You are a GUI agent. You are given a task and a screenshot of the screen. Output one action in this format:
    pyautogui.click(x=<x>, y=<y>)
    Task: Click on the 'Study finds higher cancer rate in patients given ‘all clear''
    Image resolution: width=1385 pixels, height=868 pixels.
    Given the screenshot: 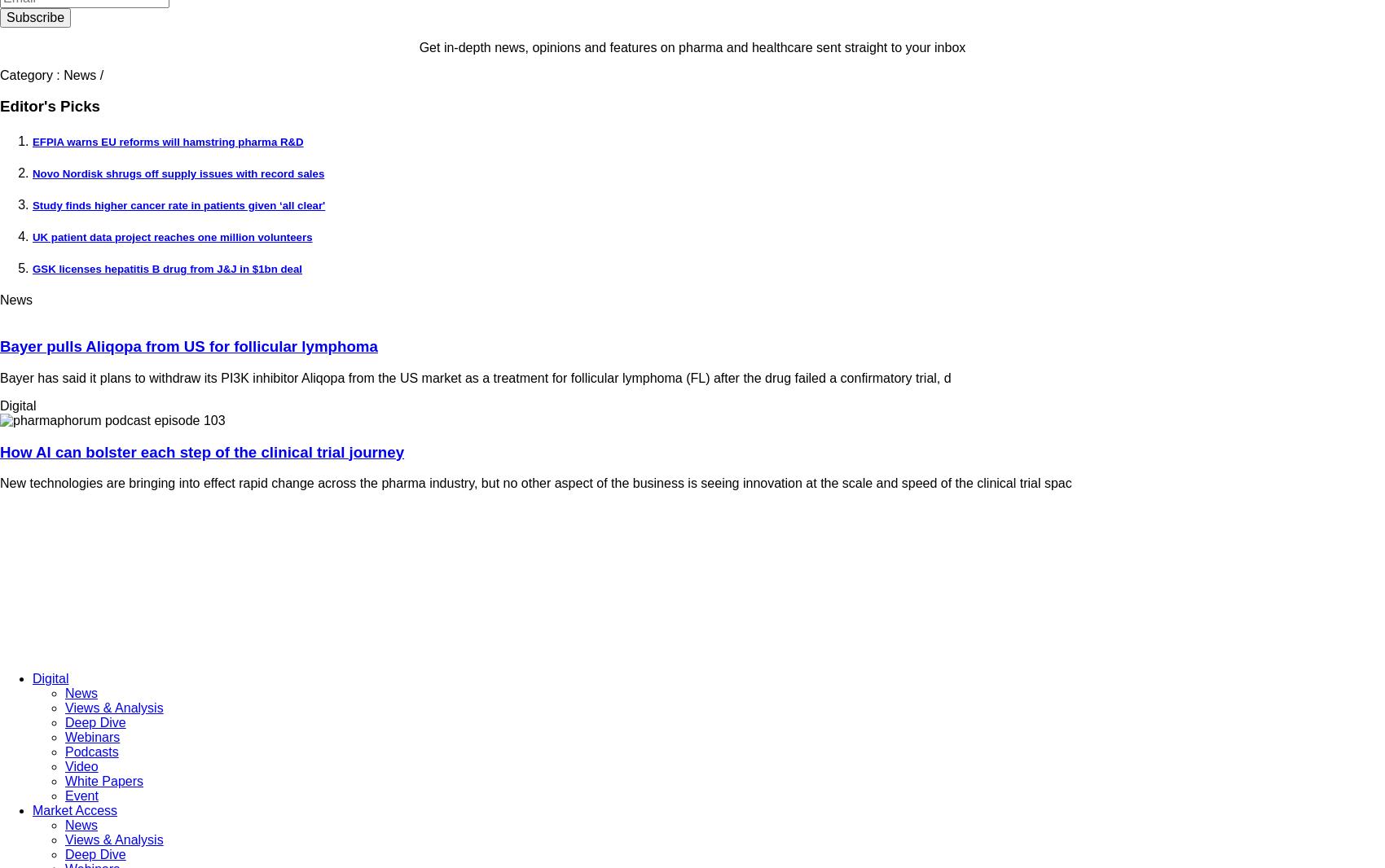 What is the action you would take?
    pyautogui.click(x=32, y=204)
    